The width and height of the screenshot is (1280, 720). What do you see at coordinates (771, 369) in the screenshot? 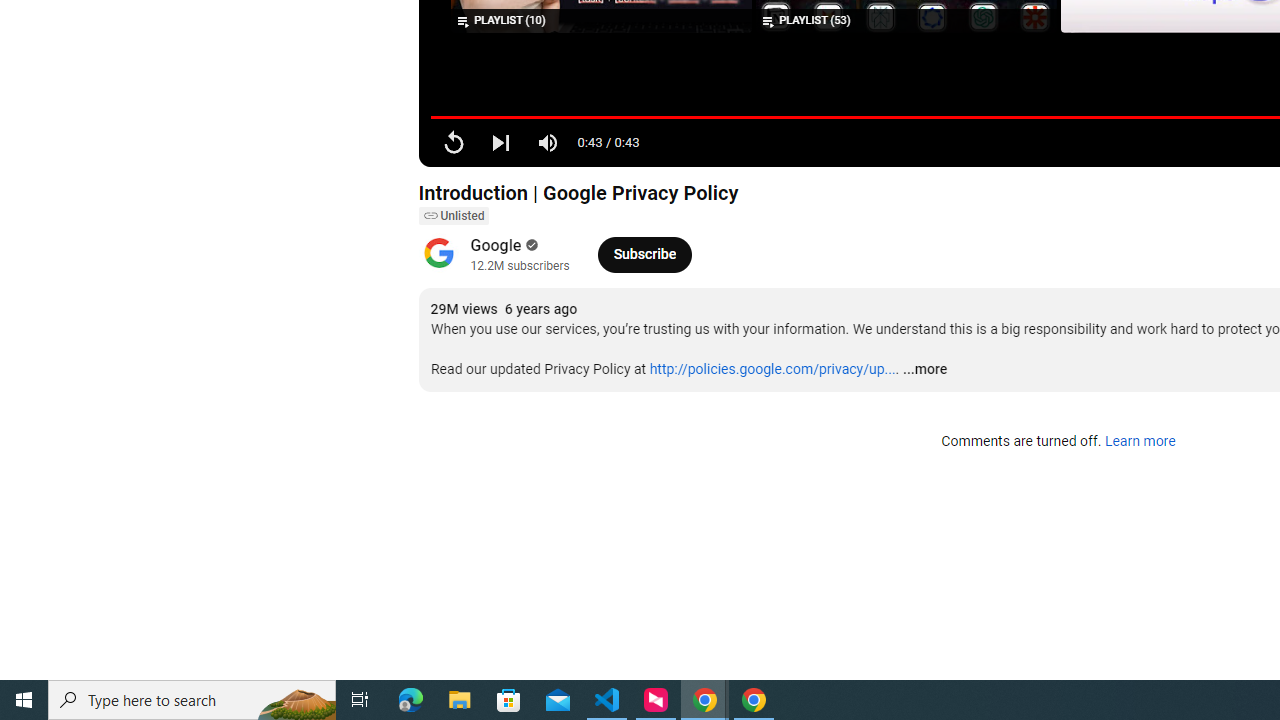
I see `'http://policies.google.com/privacy/up...'` at bounding box center [771, 369].